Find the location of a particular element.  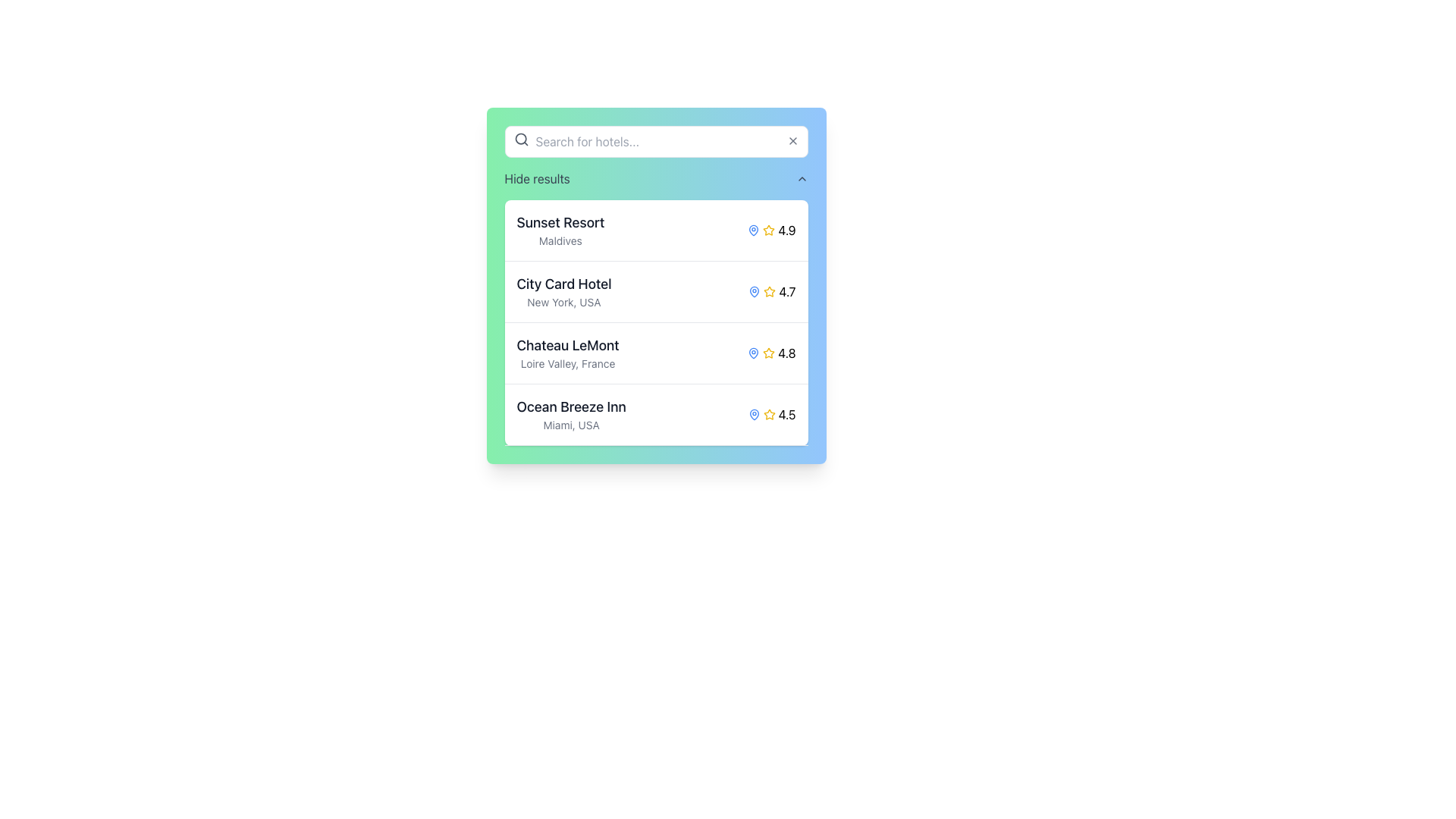

the 'Sunset Resort' list item displaying its name, location, and rating is located at coordinates (656, 231).